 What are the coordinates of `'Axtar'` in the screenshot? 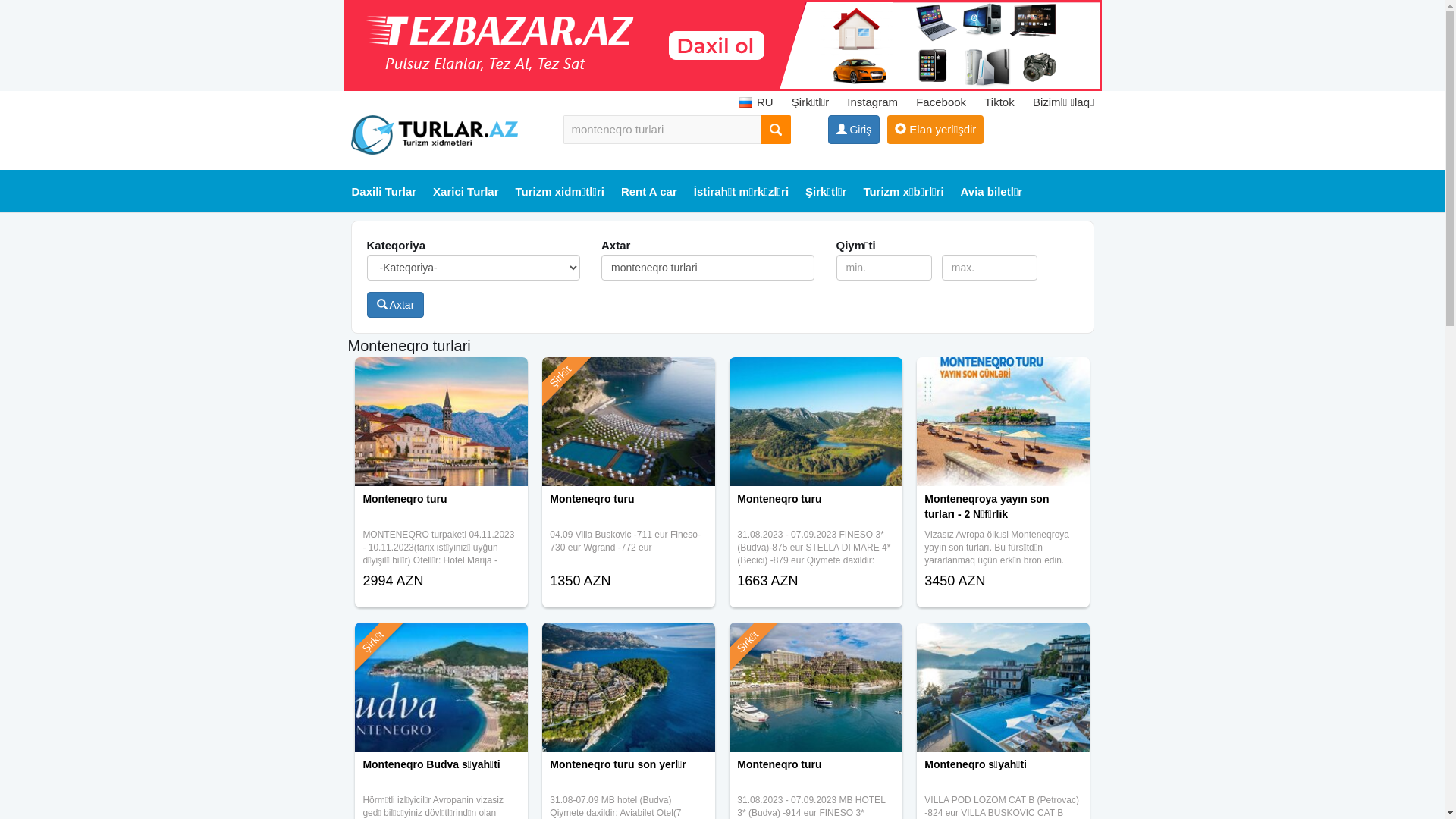 It's located at (396, 304).